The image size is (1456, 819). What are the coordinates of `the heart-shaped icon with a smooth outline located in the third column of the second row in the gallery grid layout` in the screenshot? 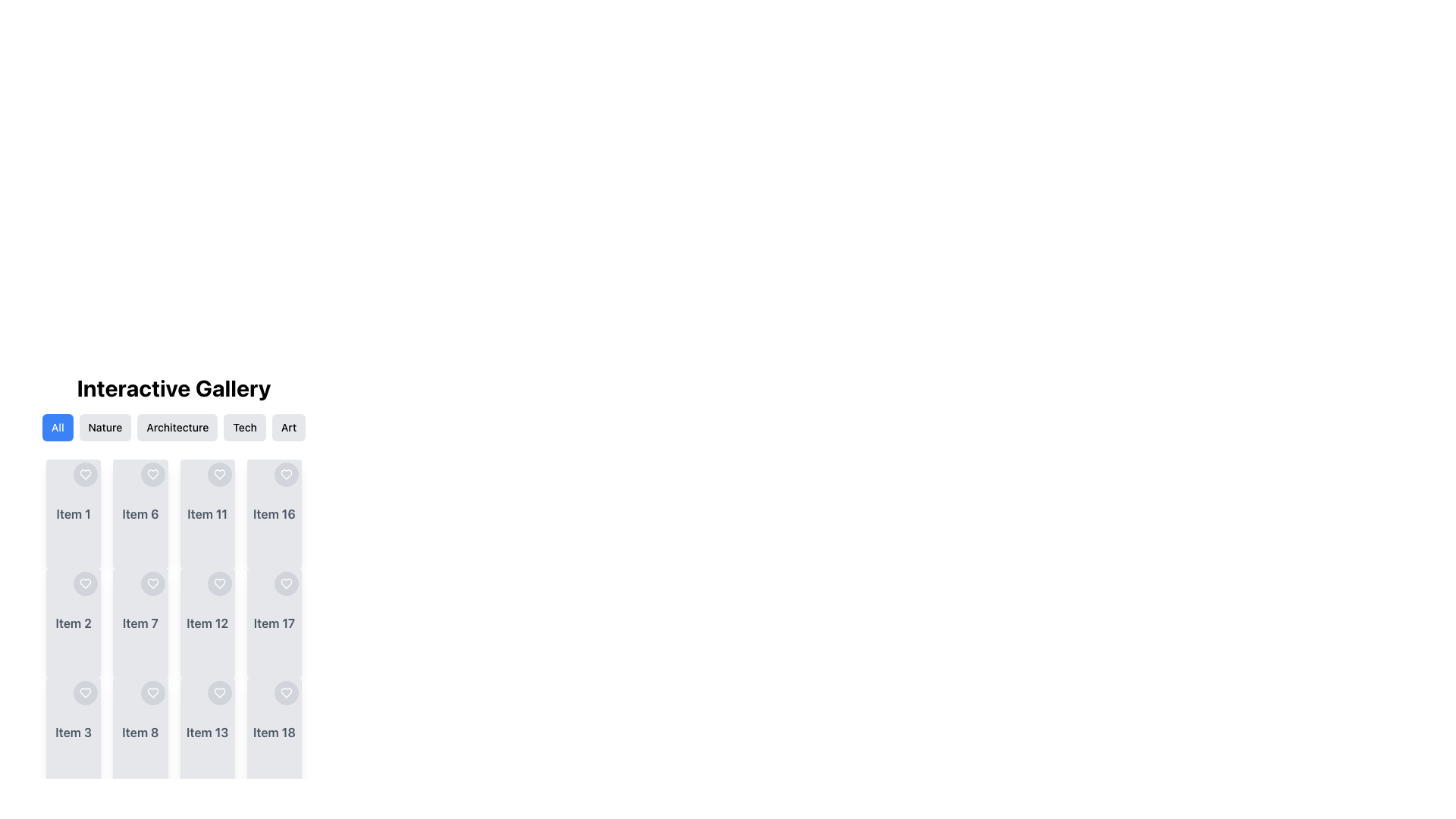 It's located at (218, 473).